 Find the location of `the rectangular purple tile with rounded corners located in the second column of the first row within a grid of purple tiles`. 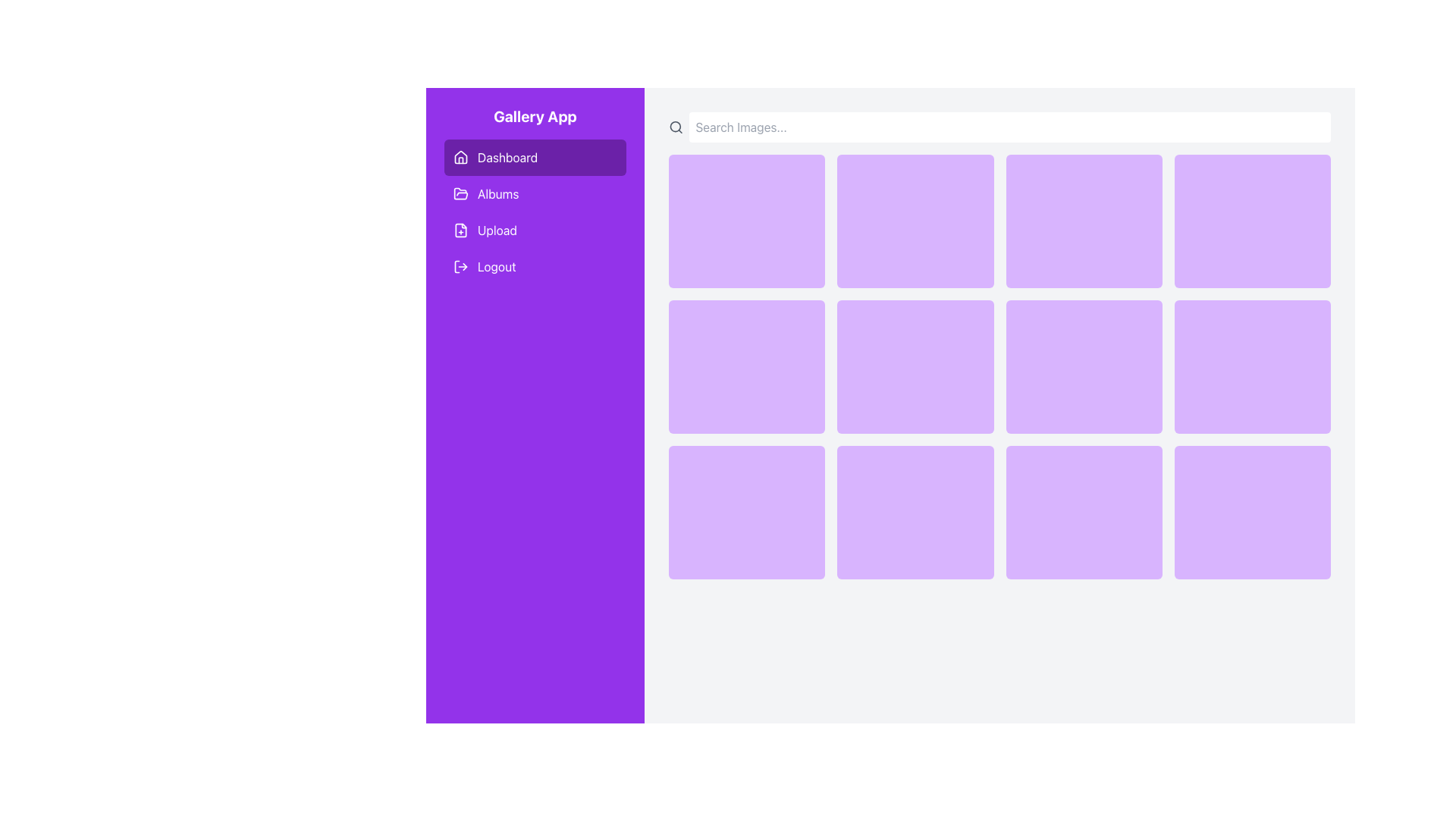

the rectangular purple tile with rounded corners located in the second column of the first row within a grid of purple tiles is located at coordinates (915, 221).